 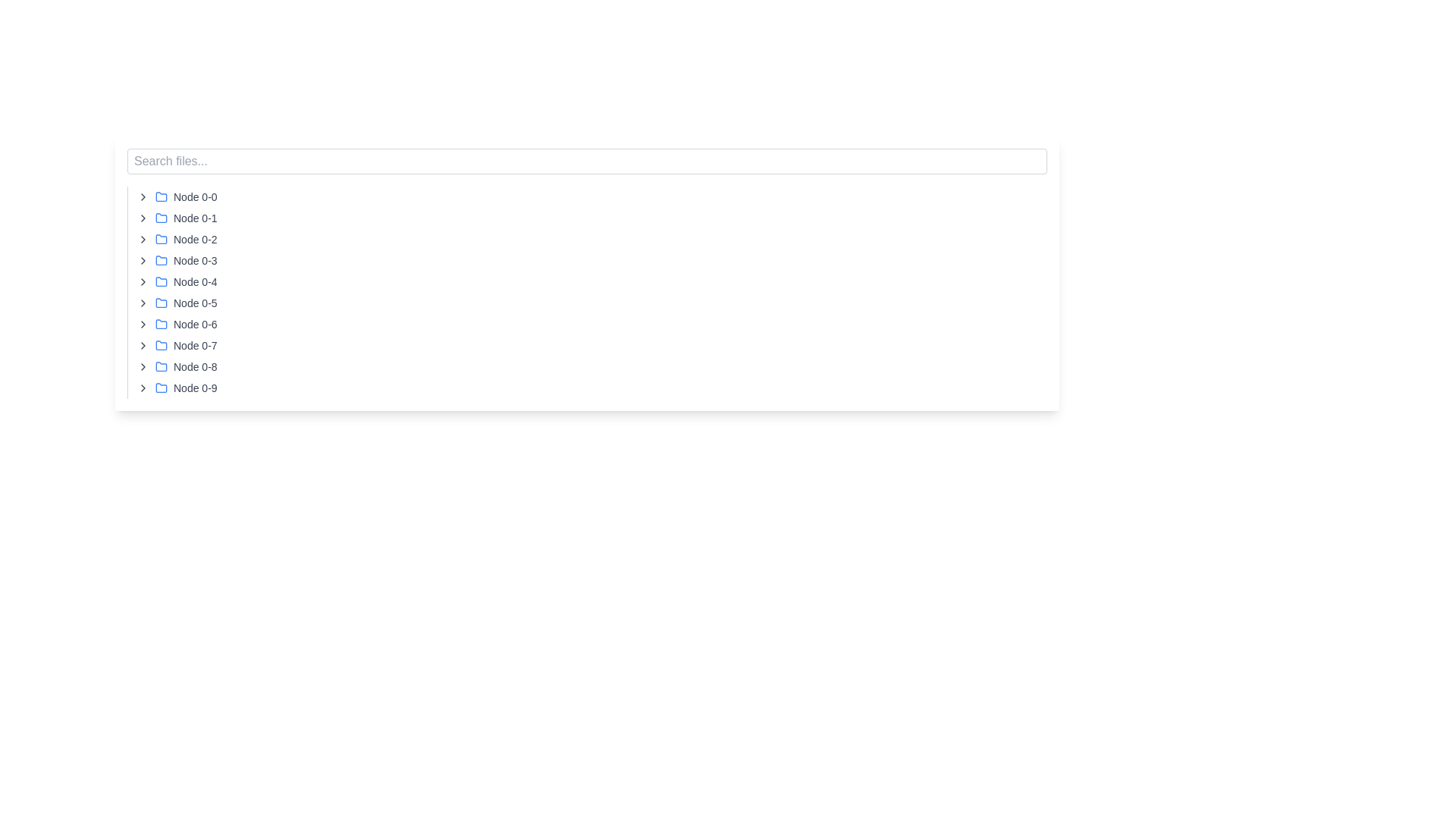 What do you see at coordinates (161, 281) in the screenshot?
I see `the blue folder icon located to the left of the text label 'Node 0-4' in the vertical list, which has a minimalist design and rounded corners` at bounding box center [161, 281].